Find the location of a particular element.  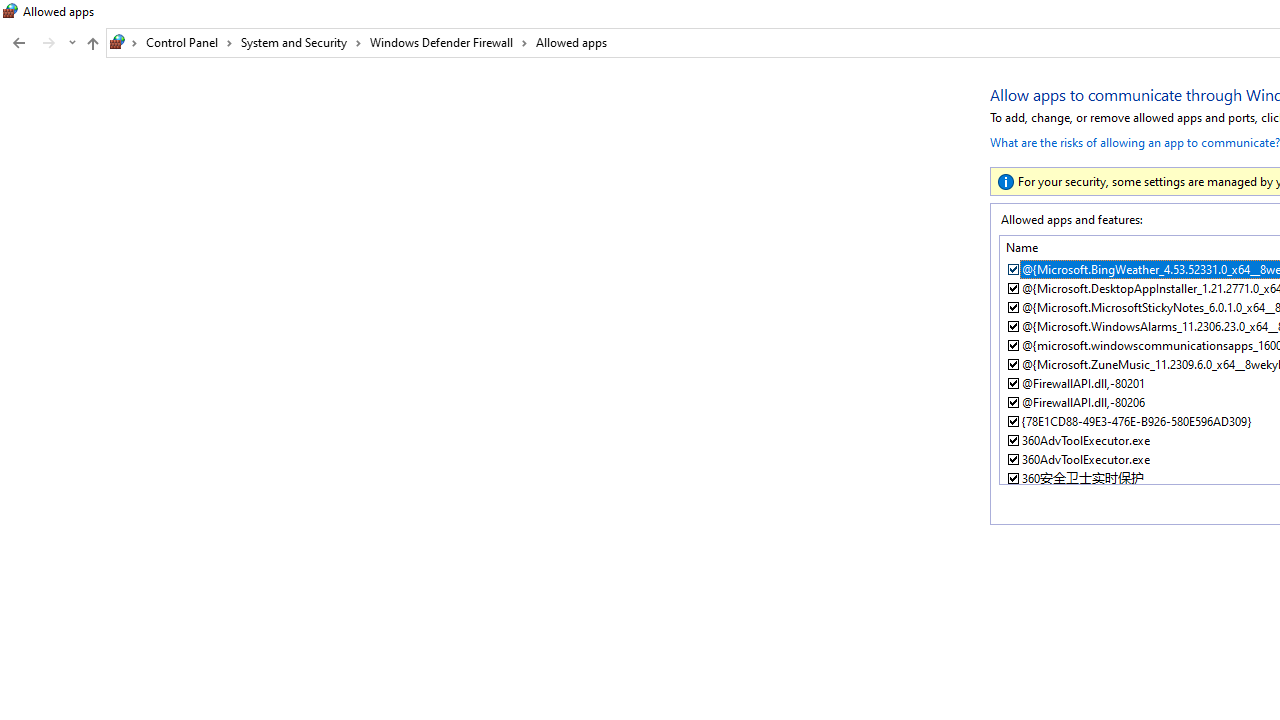

'System' is located at coordinates (10, 11).